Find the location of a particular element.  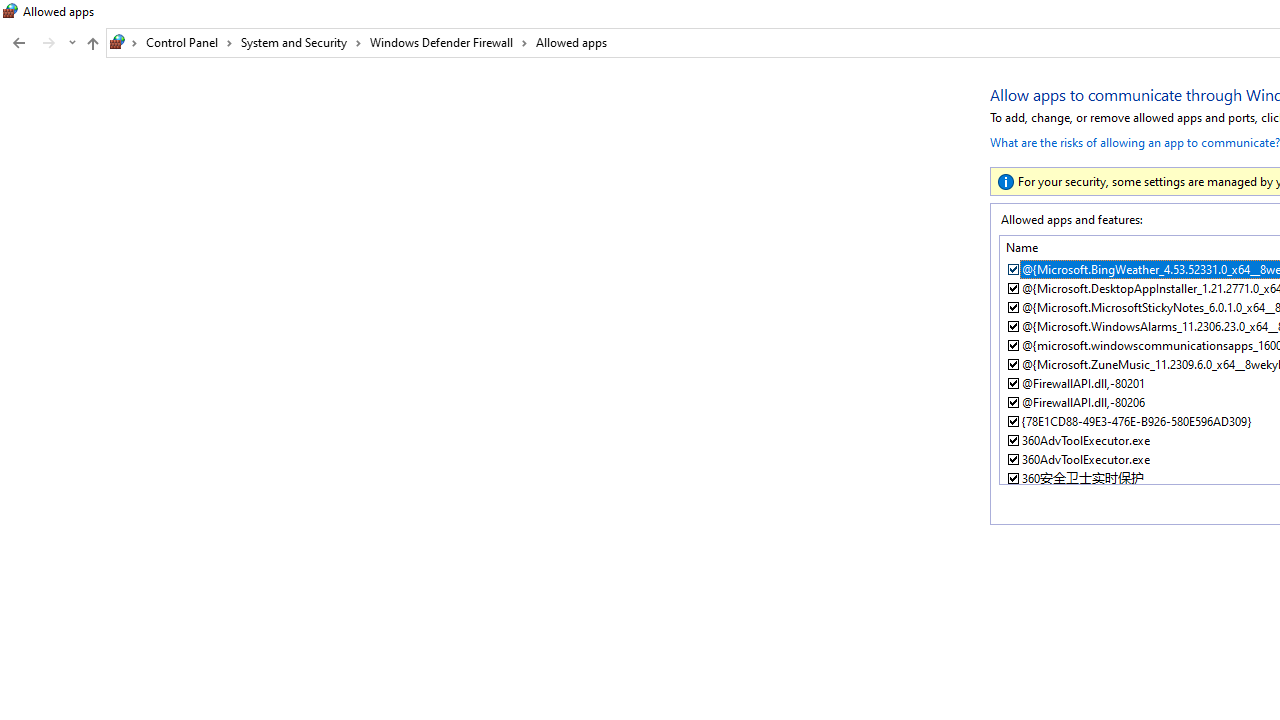

'System' is located at coordinates (10, 11).